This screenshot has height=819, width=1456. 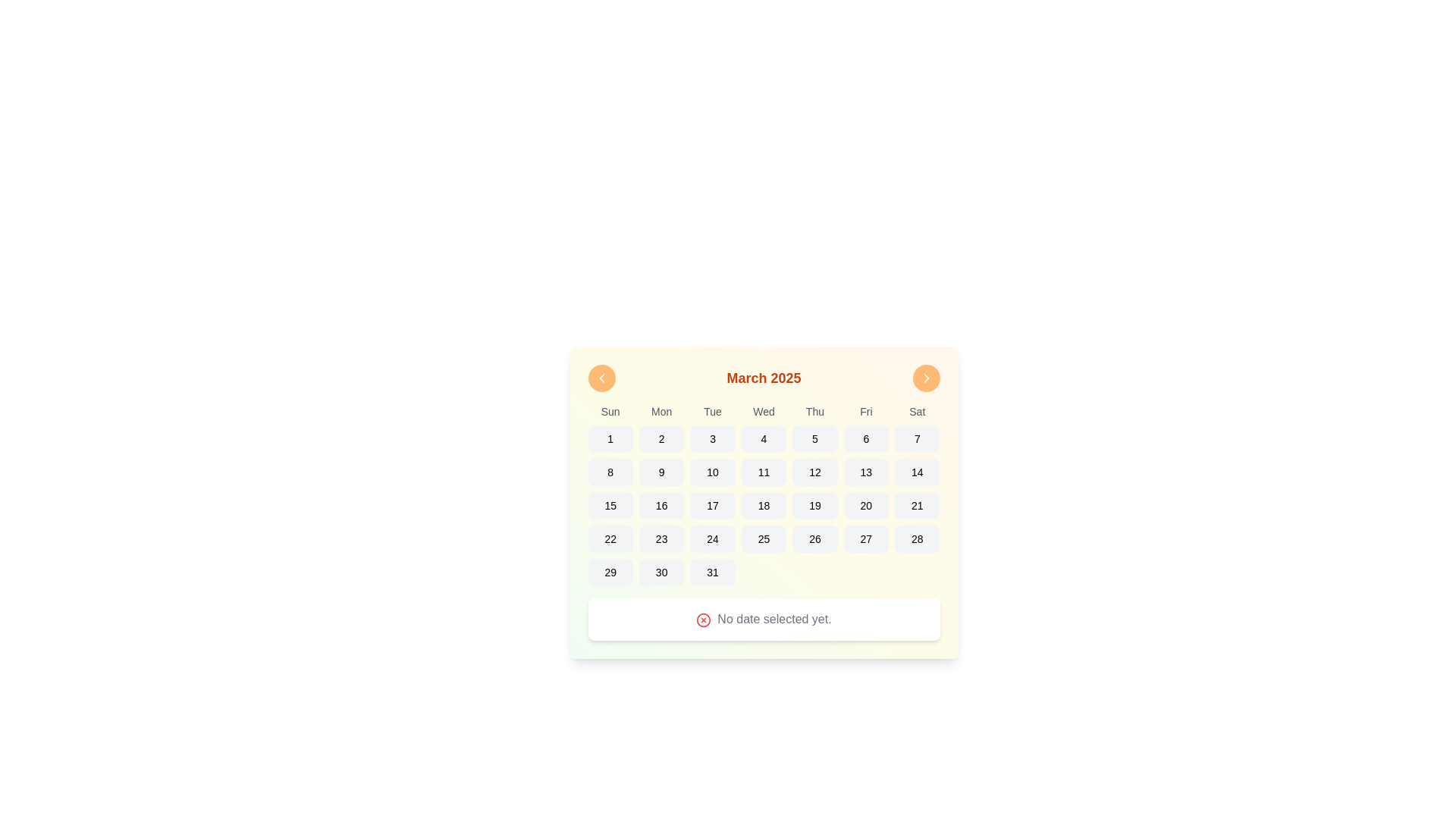 I want to click on the selectable date '9' button in the calendar interface to change its background color, so click(x=661, y=472).